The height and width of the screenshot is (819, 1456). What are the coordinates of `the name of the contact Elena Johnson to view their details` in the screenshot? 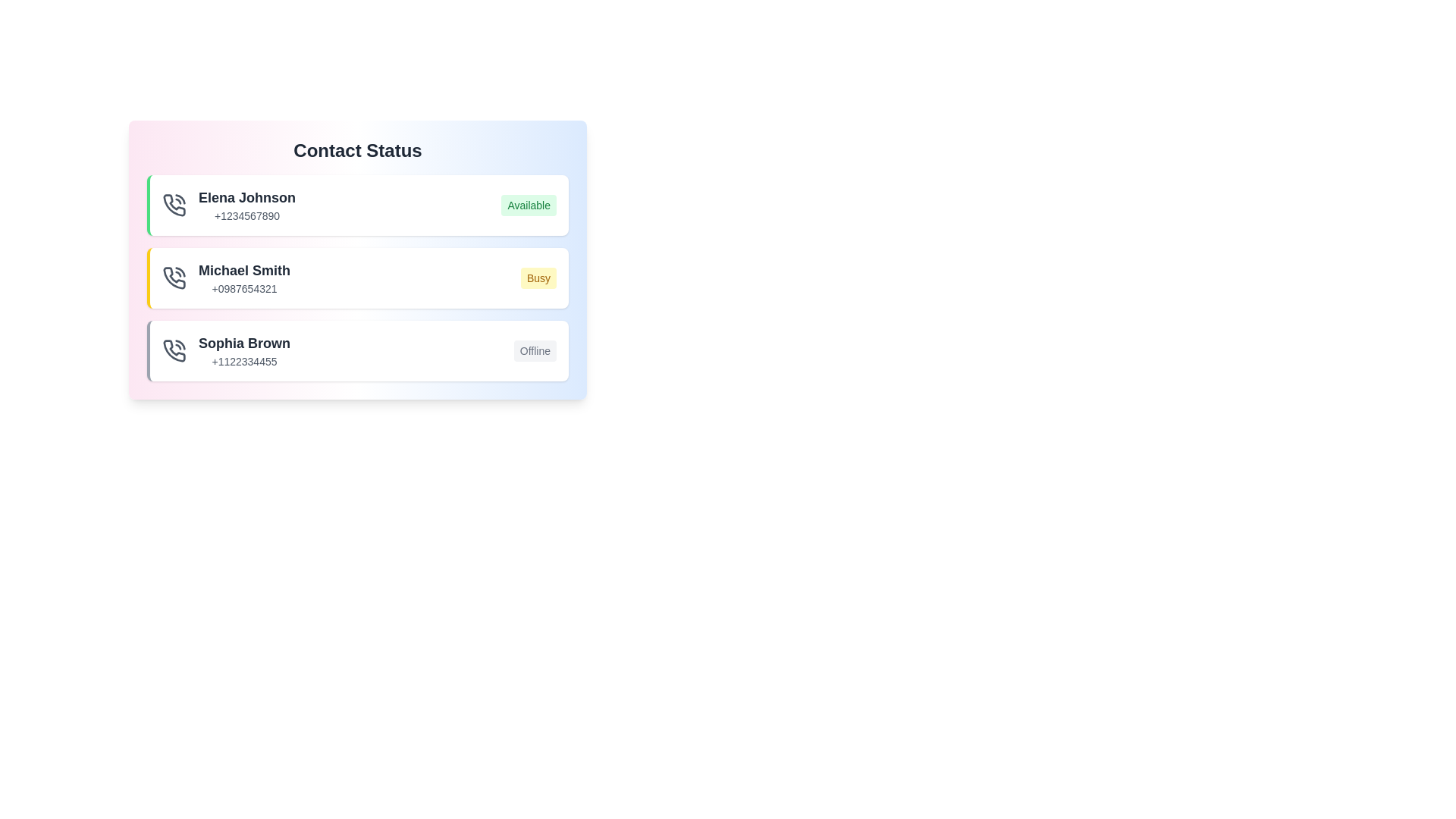 It's located at (247, 197).